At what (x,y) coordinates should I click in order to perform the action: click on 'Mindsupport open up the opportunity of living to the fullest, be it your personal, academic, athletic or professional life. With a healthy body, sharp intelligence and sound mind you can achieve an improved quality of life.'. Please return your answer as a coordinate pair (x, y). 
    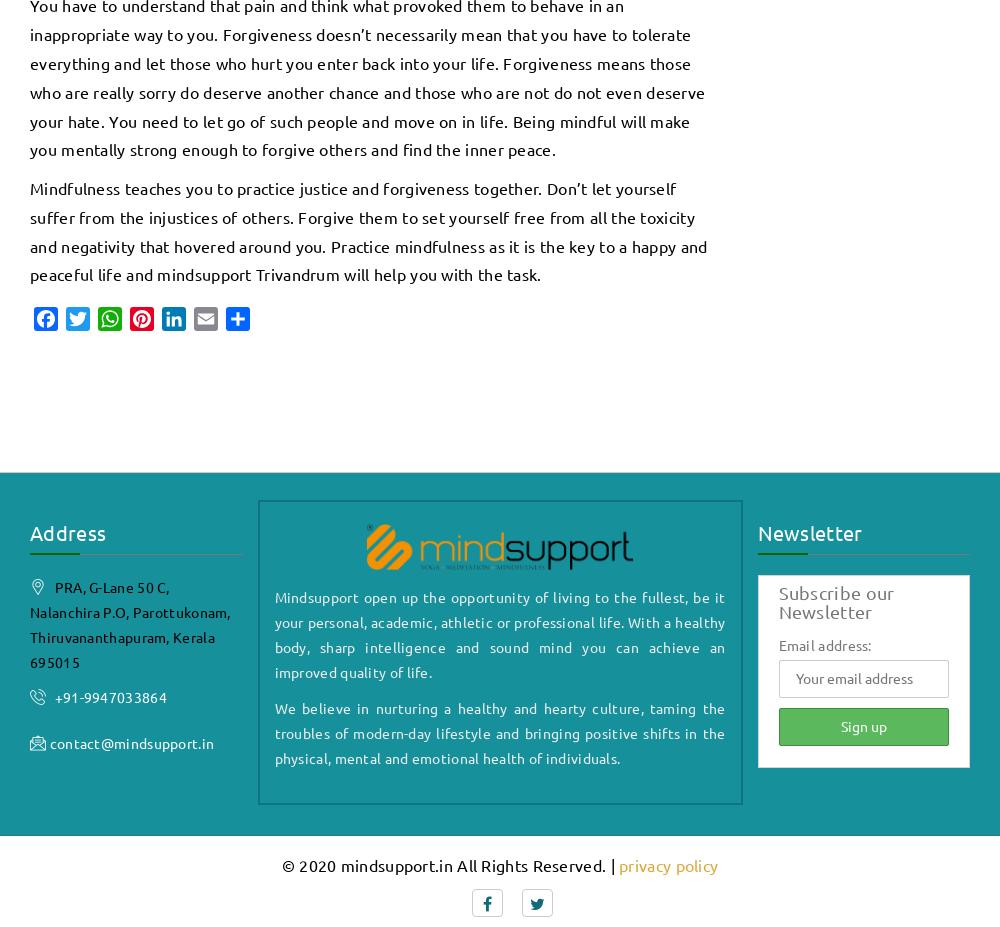
    Looking at the image, I should click on (498, 632).